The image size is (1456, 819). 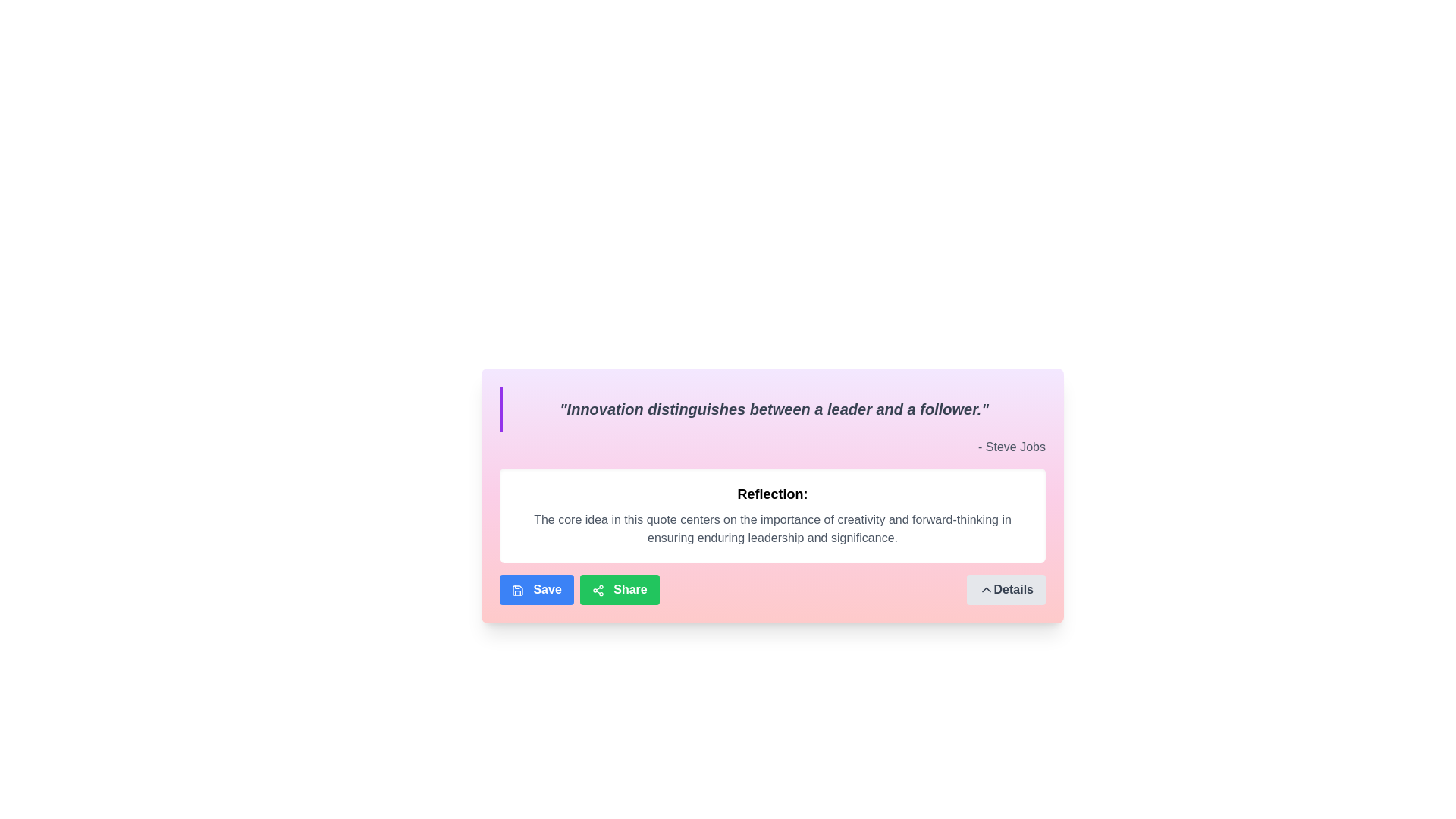 I want to click on the upward chevron icon located within the 'Details' button at the bottom-right corner of the main interface panel, so click(x=986, y=589).